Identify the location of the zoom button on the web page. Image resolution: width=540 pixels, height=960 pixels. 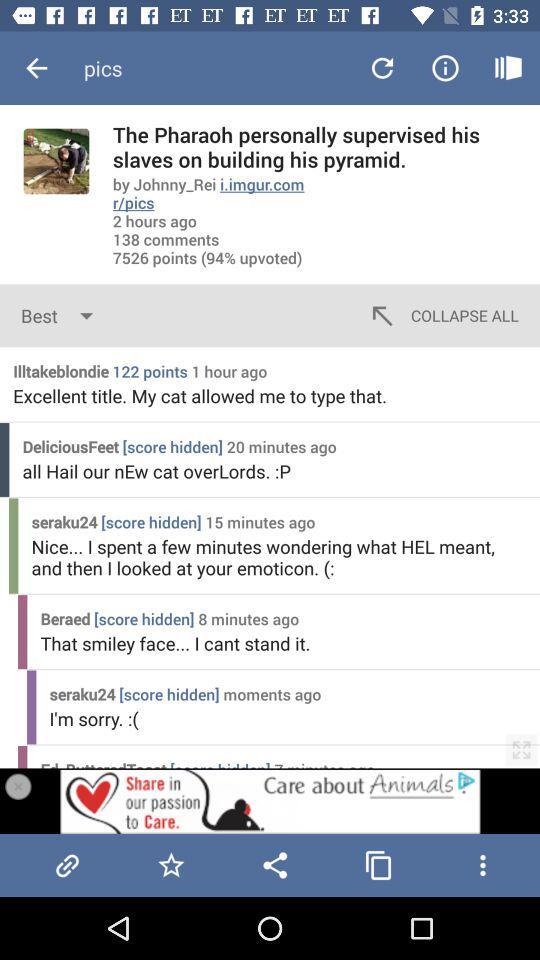
(521, 748).